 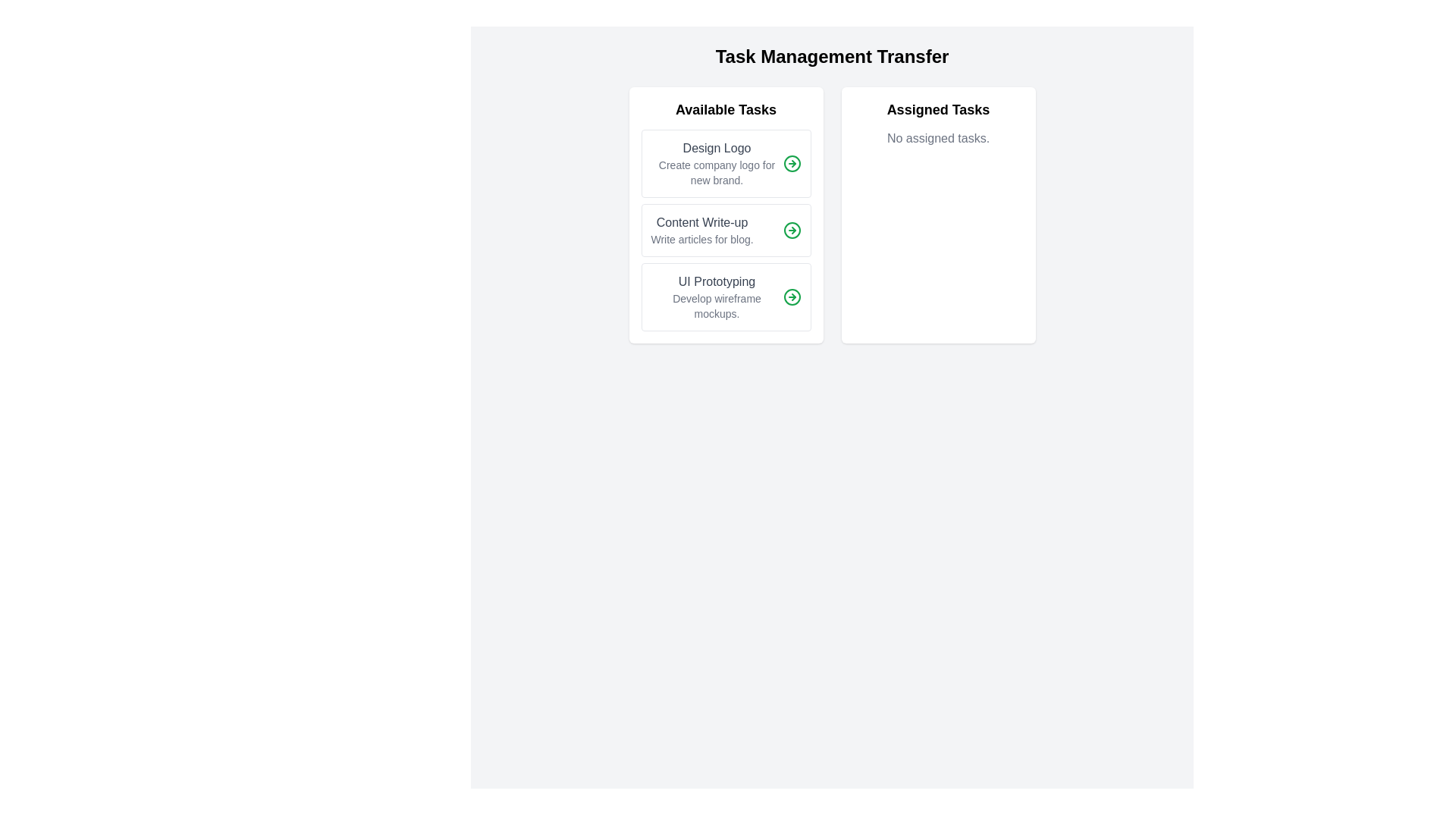 What do you see at coordinates (791, 231) in the screenshot?
I see `the green circular icon with a right-pointing arrow located next to the 'Content Write-up' task in the 'Available Tasks' column to initiate the task transfer` at bounding box center [791, 231].